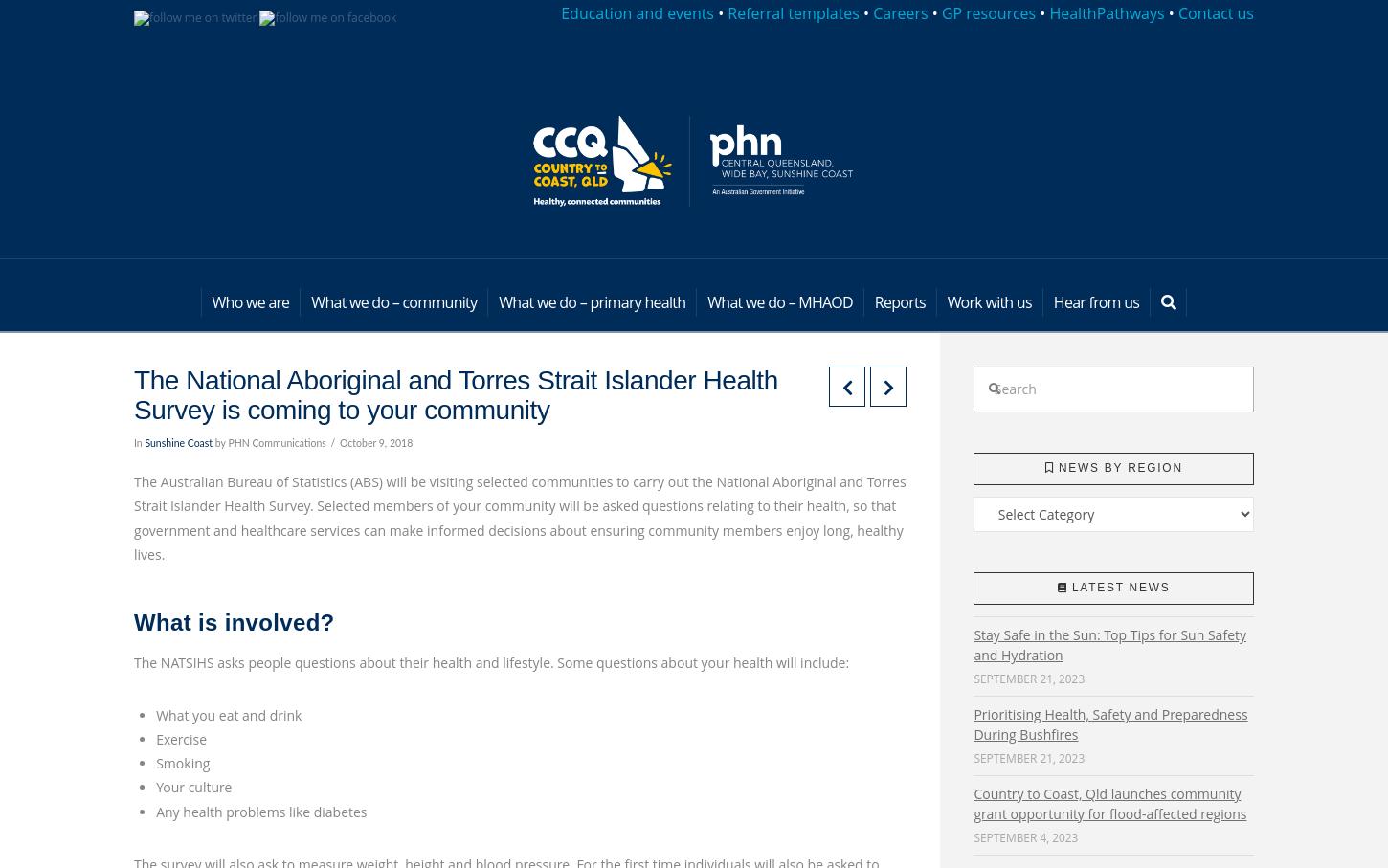 This screenshot has height=868, width=1388. I want to click on 'What you eat and drink', so click(227, 713).